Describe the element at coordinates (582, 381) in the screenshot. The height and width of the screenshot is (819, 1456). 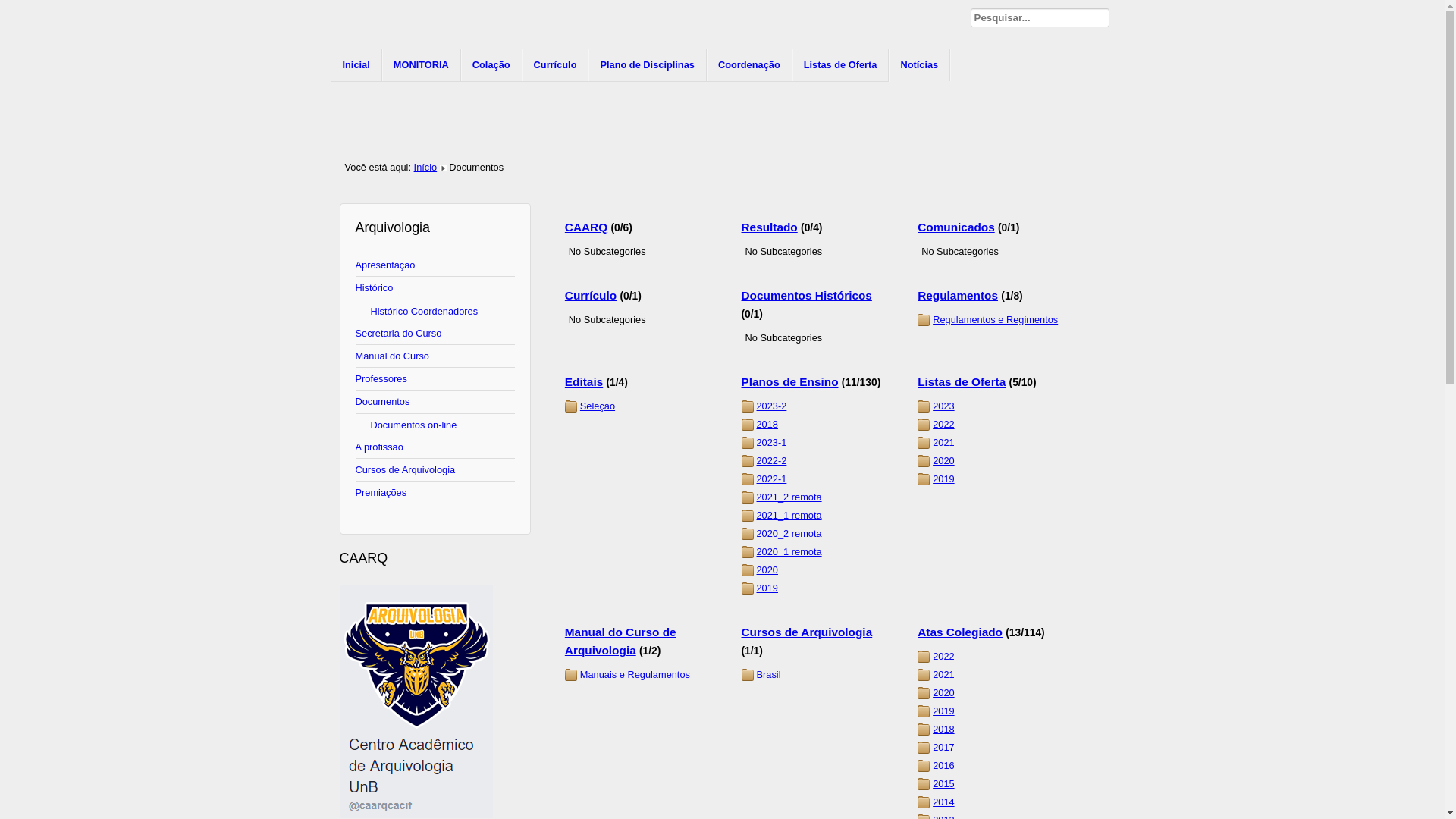
I see `'Editais'` at that location.